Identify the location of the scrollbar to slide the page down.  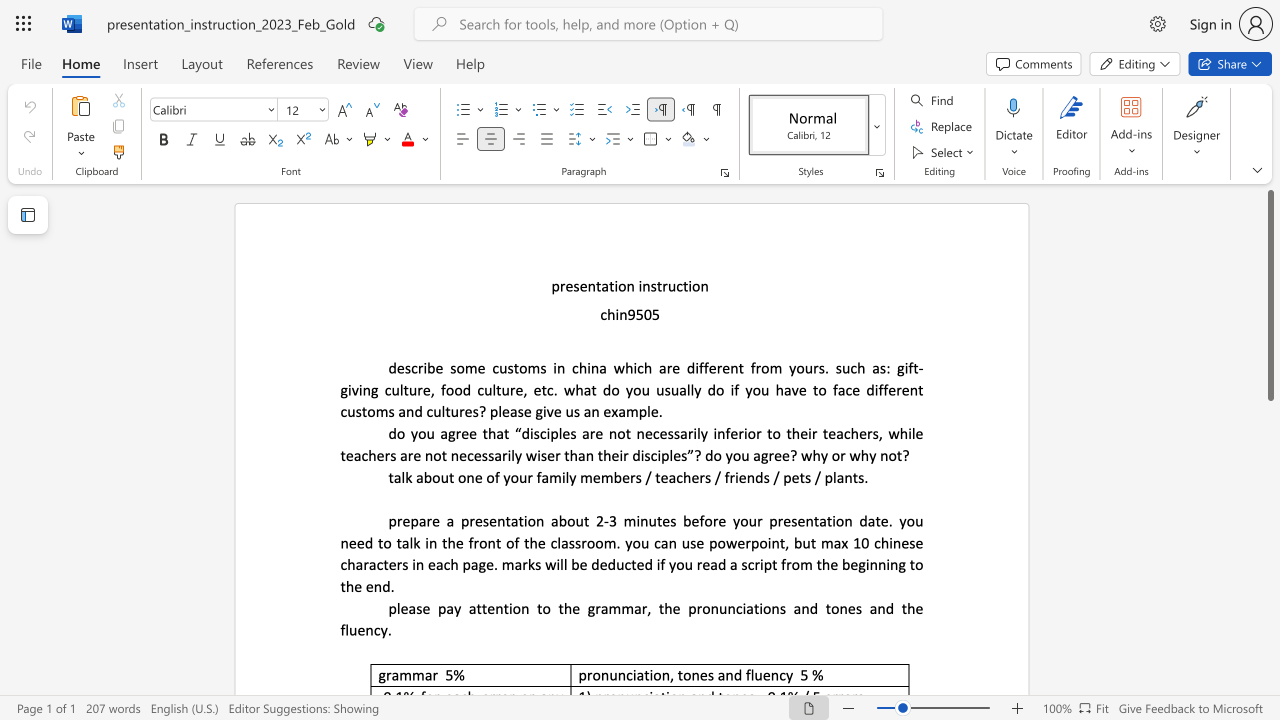
(1269, 490).